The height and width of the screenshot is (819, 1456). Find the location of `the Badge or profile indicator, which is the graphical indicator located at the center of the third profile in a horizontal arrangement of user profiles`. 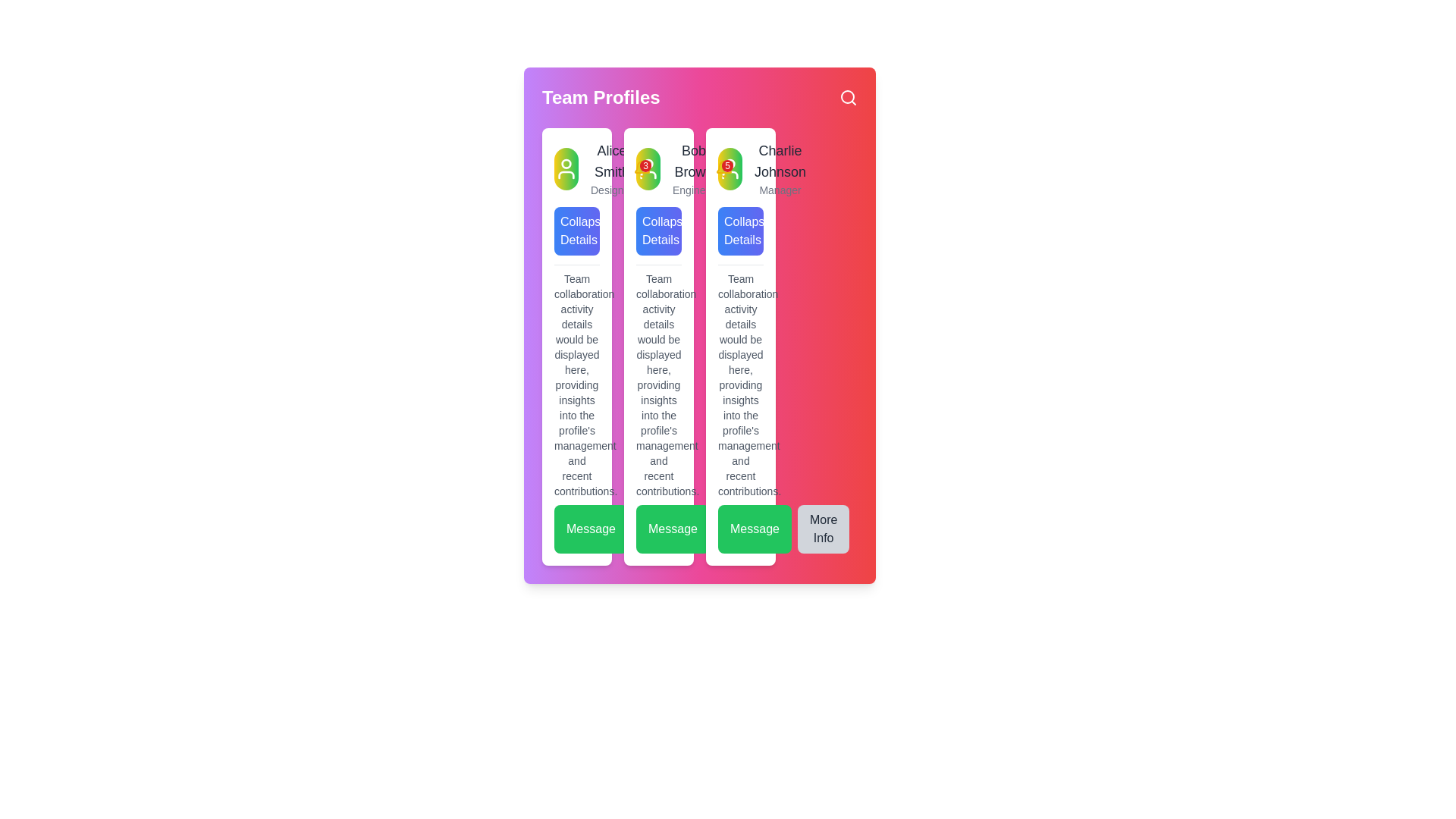

the Badge or profile indicator, which is the graphical indicator located at the center of the third profile in a horizontal arrangement of user profiles is located at coordinates (730, 164).